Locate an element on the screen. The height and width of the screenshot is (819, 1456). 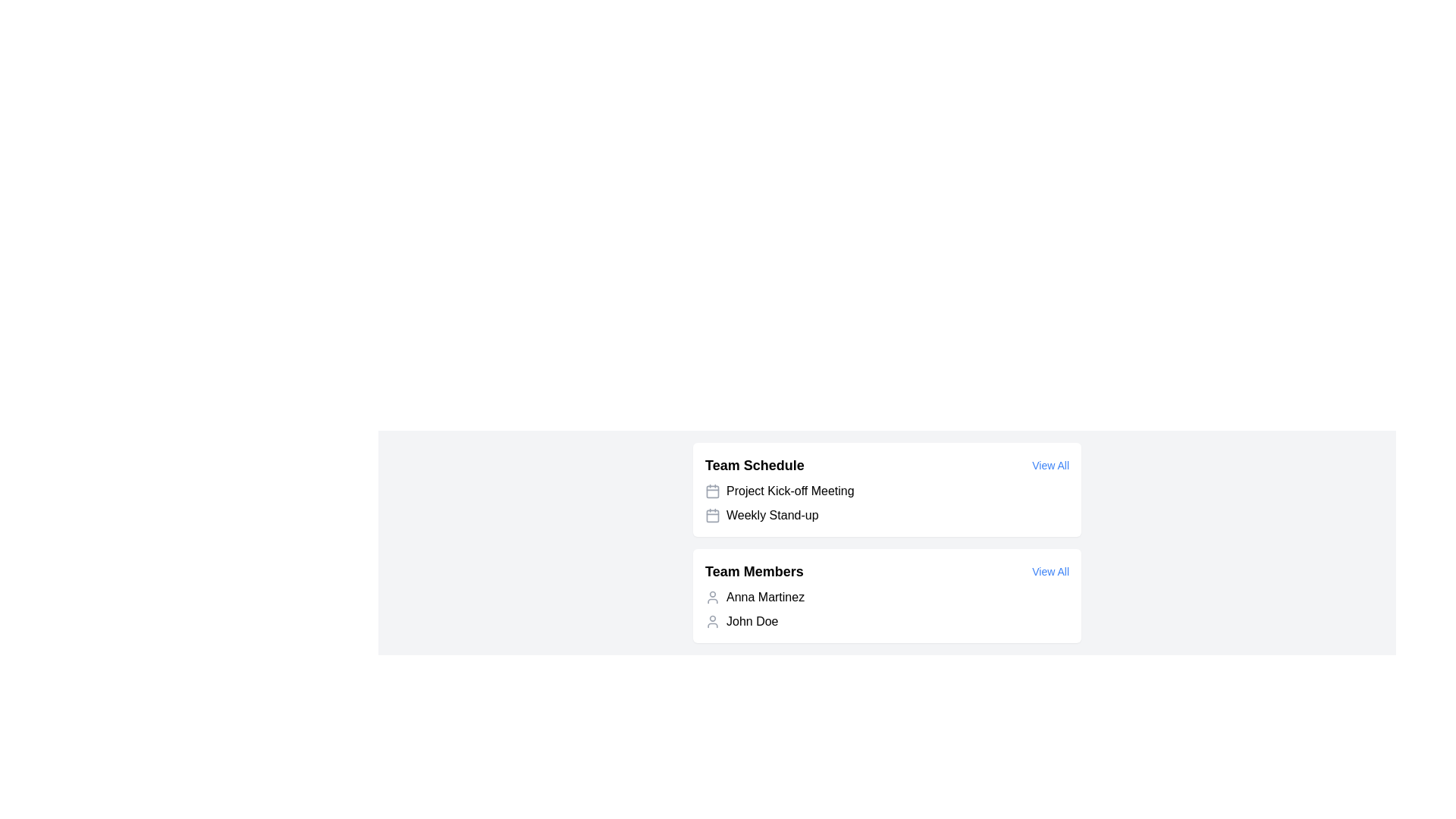
the SVG Rectangle that forms the main body of the calendar icon in the 'Team Schedule' section, located to the left of the 'Project Kick-off Meeting' text is located at coordinates (712, 514).